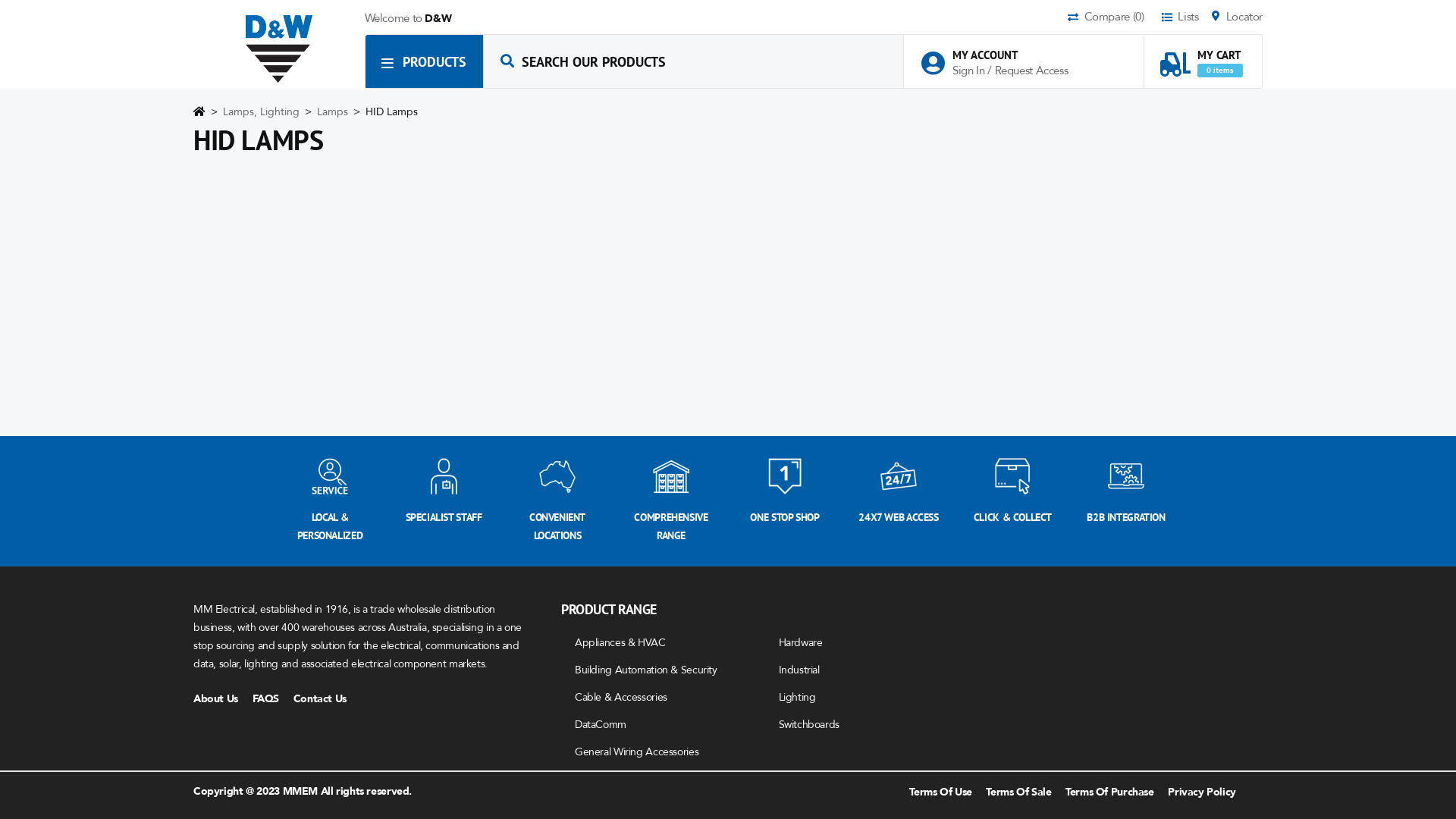 The height and width of the screenshot is (819, 1456). I want to click on 'Contact Us', so click(325, 698).